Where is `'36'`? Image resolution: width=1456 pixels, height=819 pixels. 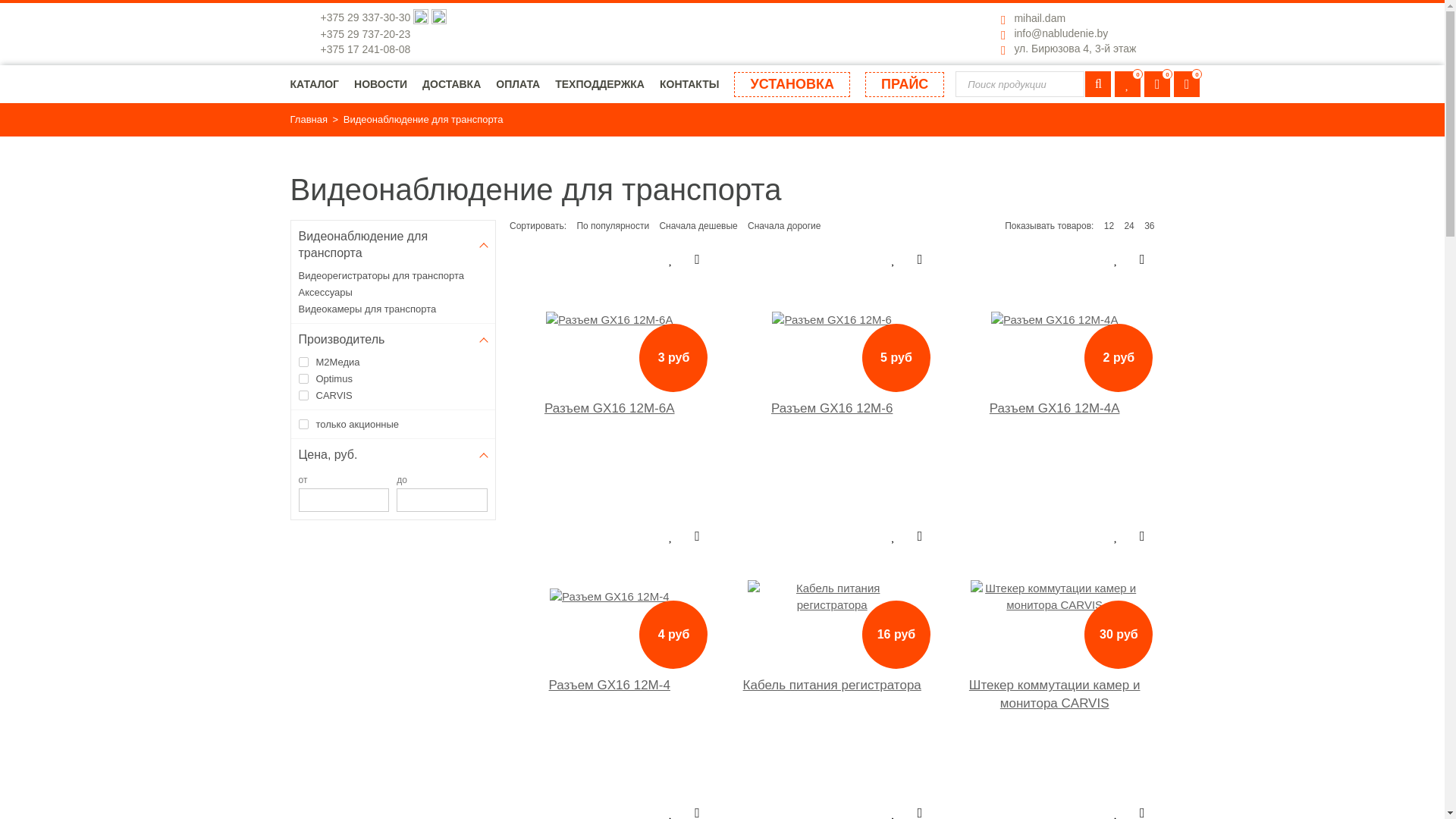
'36' is located at coordinates (1149, 225).